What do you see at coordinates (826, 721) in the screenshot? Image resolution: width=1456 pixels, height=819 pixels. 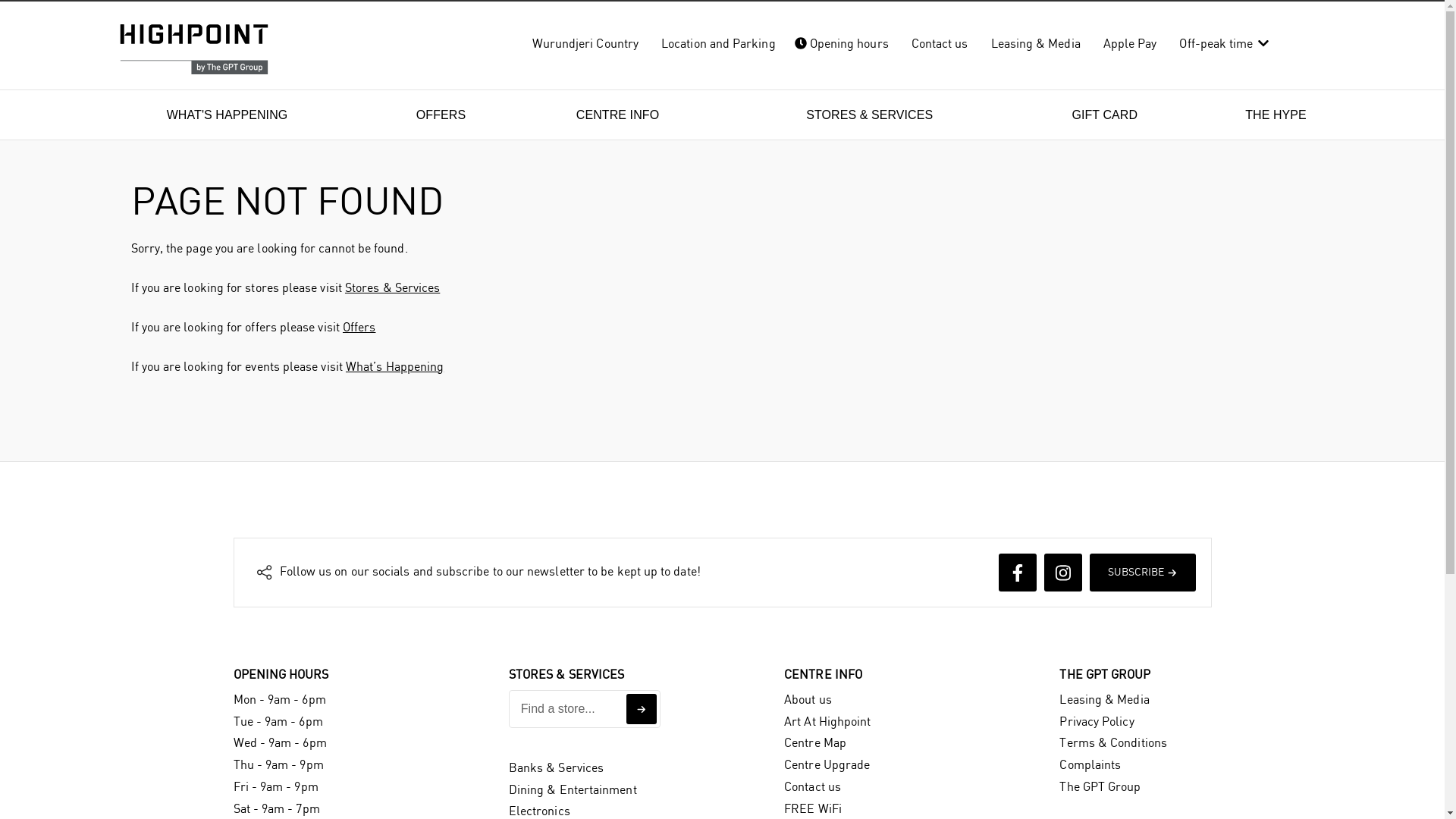 I see `'Art At Highpoint'` at bounding box center [826, 721].